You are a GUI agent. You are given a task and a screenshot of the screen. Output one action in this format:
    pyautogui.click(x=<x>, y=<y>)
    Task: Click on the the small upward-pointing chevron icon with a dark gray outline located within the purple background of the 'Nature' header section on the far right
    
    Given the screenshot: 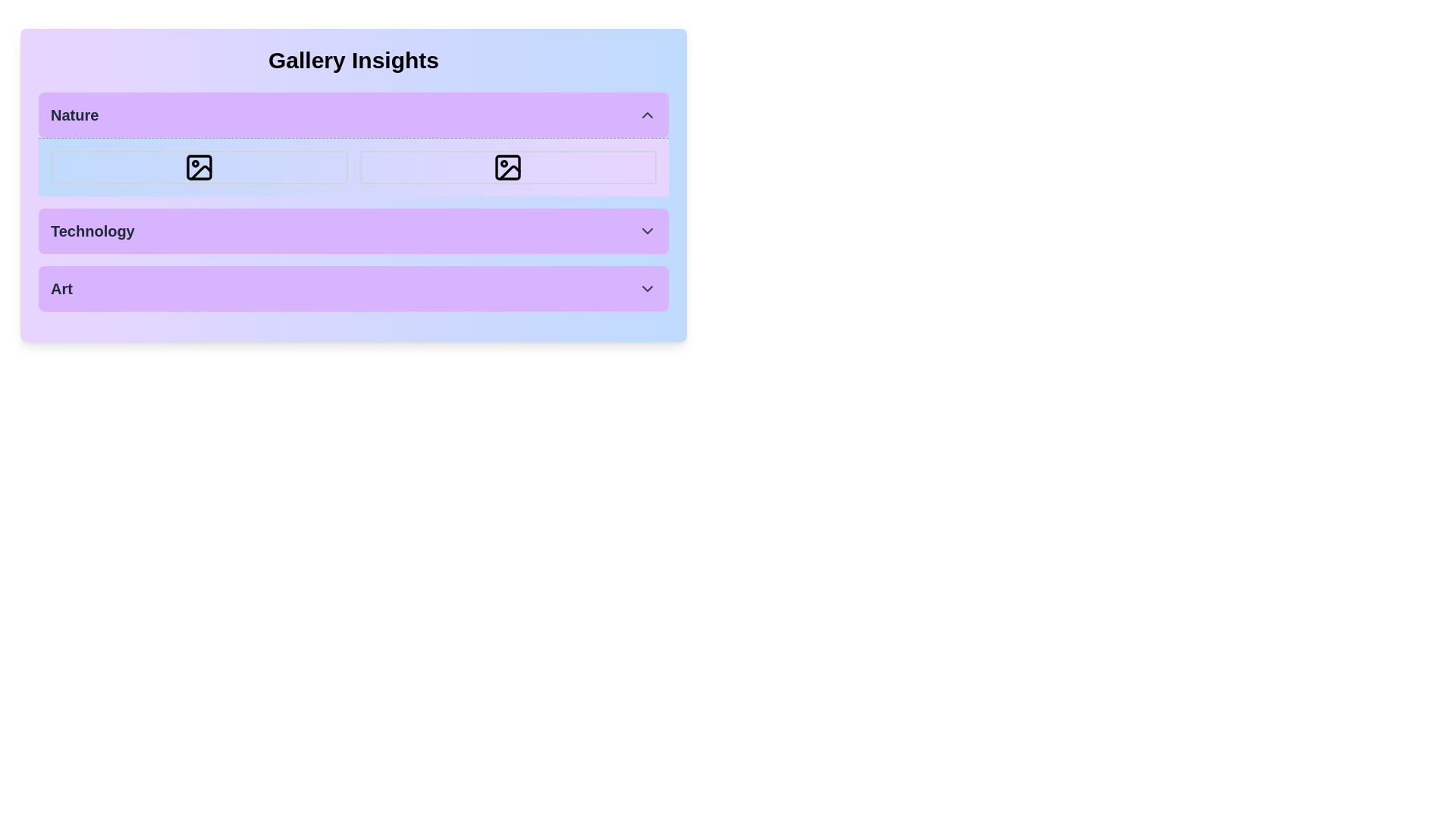 What is the action you would take?
    pyautogui.click(x=648, y=114)
    